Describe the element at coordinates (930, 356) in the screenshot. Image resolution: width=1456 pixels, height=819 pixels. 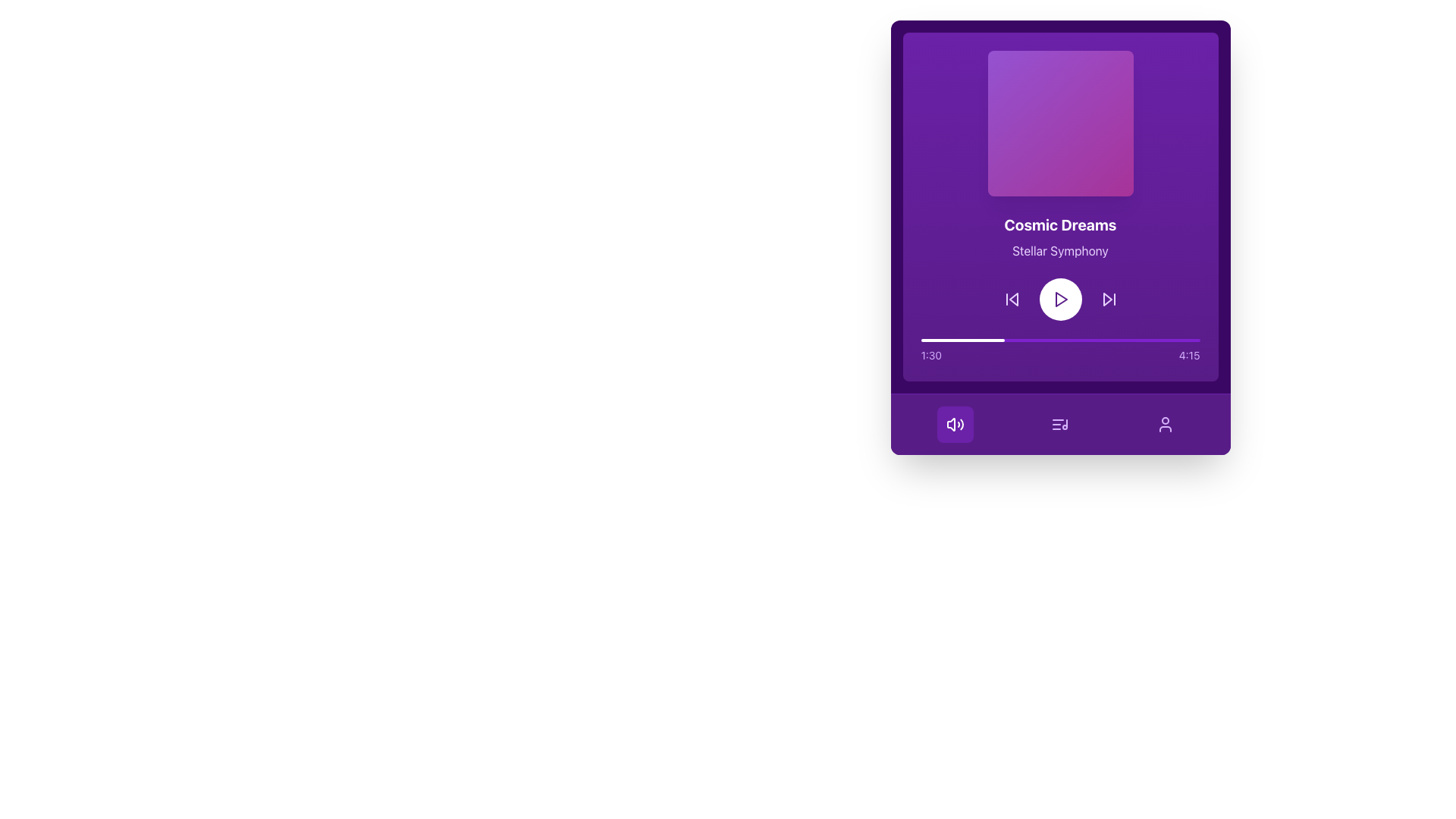
I see `text label indicating the elapsed time of the media being played in the music player, located at the beginning of the progress bar area` at that location.